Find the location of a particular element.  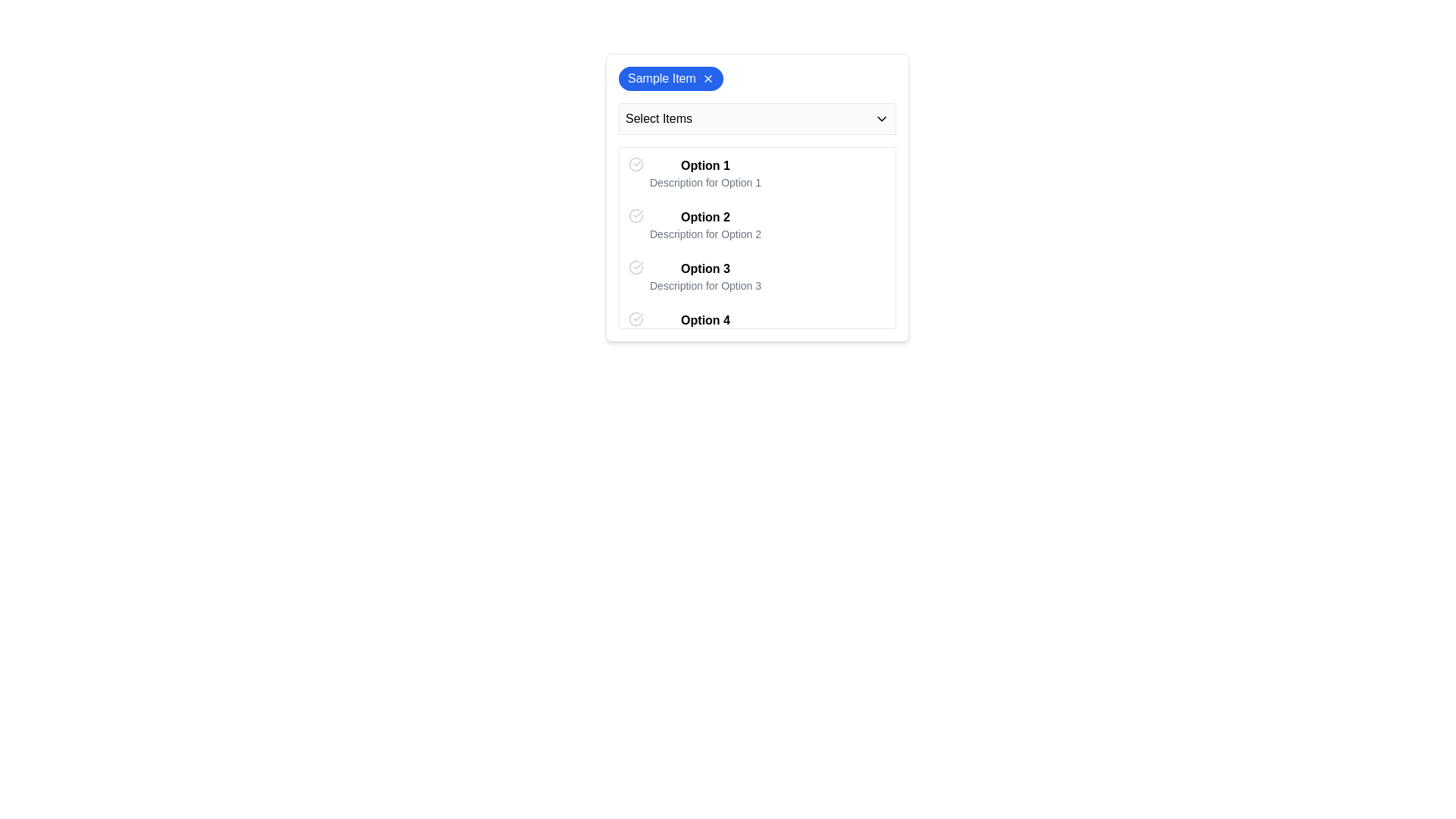

the second item in the vertically stacked list of selectable items, which displays a title and description conveying information about the choice is located at coordinates (704, 225).